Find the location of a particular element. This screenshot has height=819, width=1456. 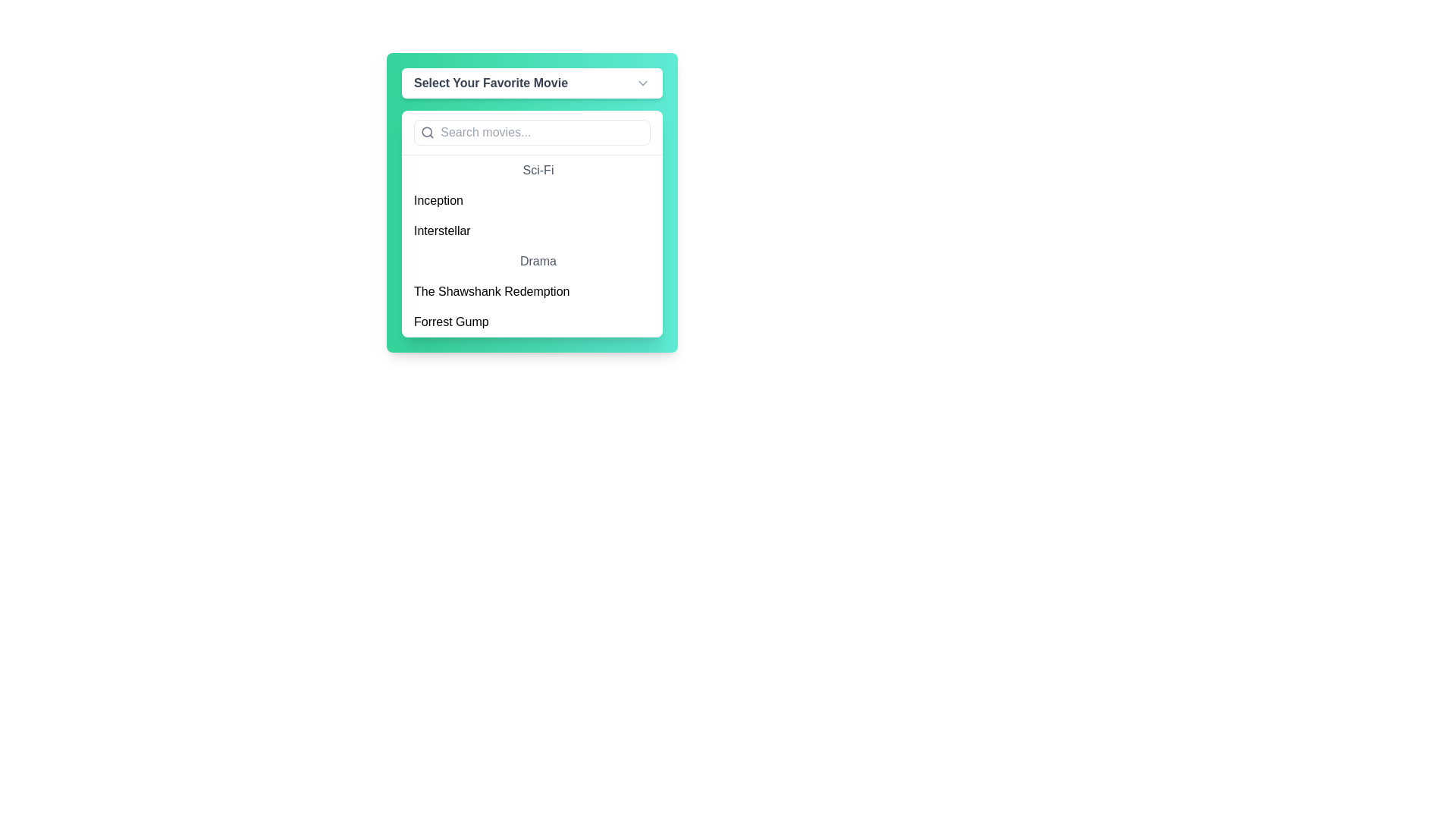

the option titled 'The Shawshank Redemption' in the dropdown list under the 'Drama' category is located at coordinates (532, 292).